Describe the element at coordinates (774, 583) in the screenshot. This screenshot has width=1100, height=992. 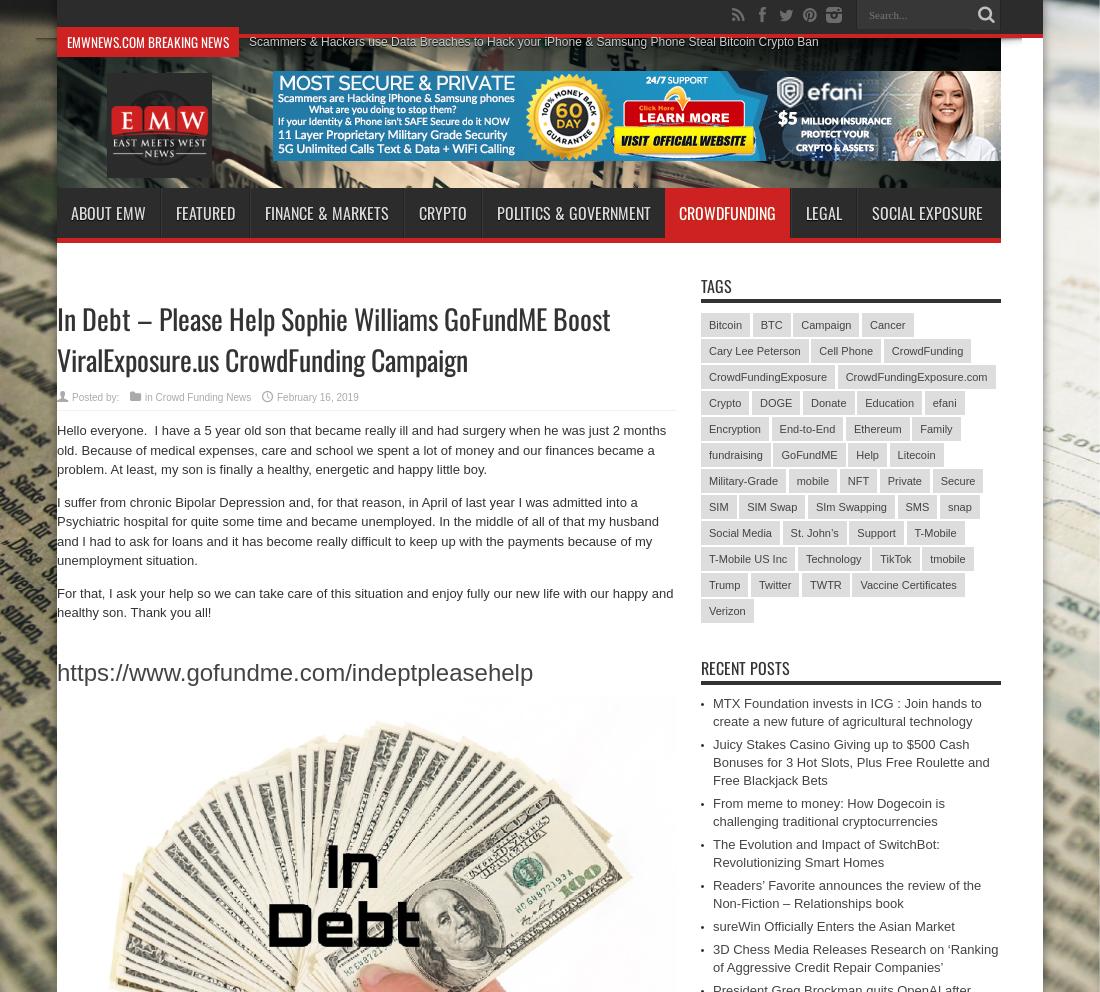
I see `'Twitter'` at that location.